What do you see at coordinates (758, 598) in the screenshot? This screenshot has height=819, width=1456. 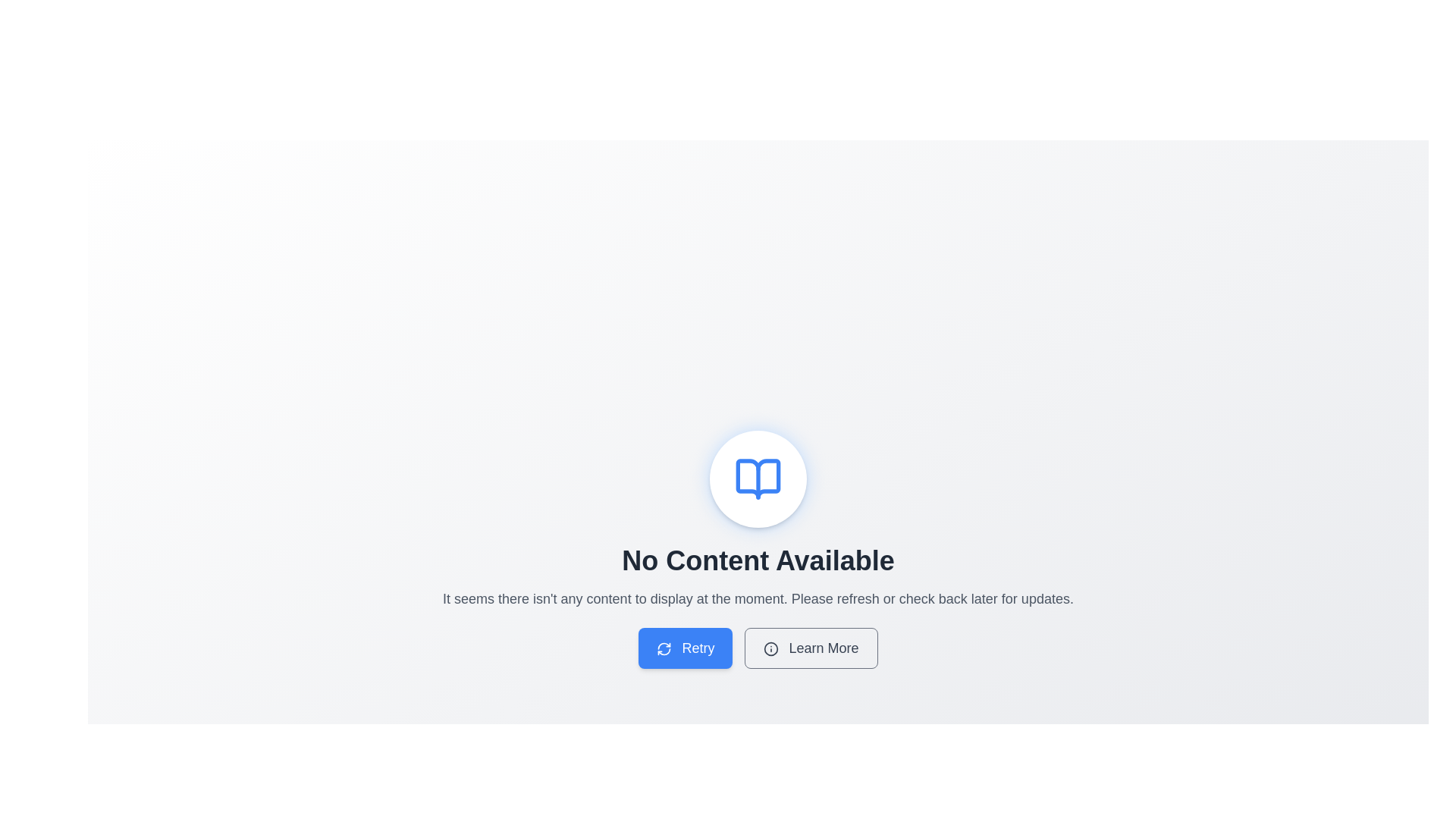 I see `the informational label displaying the message 'It seems there isn't any content` at bounding box center [758, 598].